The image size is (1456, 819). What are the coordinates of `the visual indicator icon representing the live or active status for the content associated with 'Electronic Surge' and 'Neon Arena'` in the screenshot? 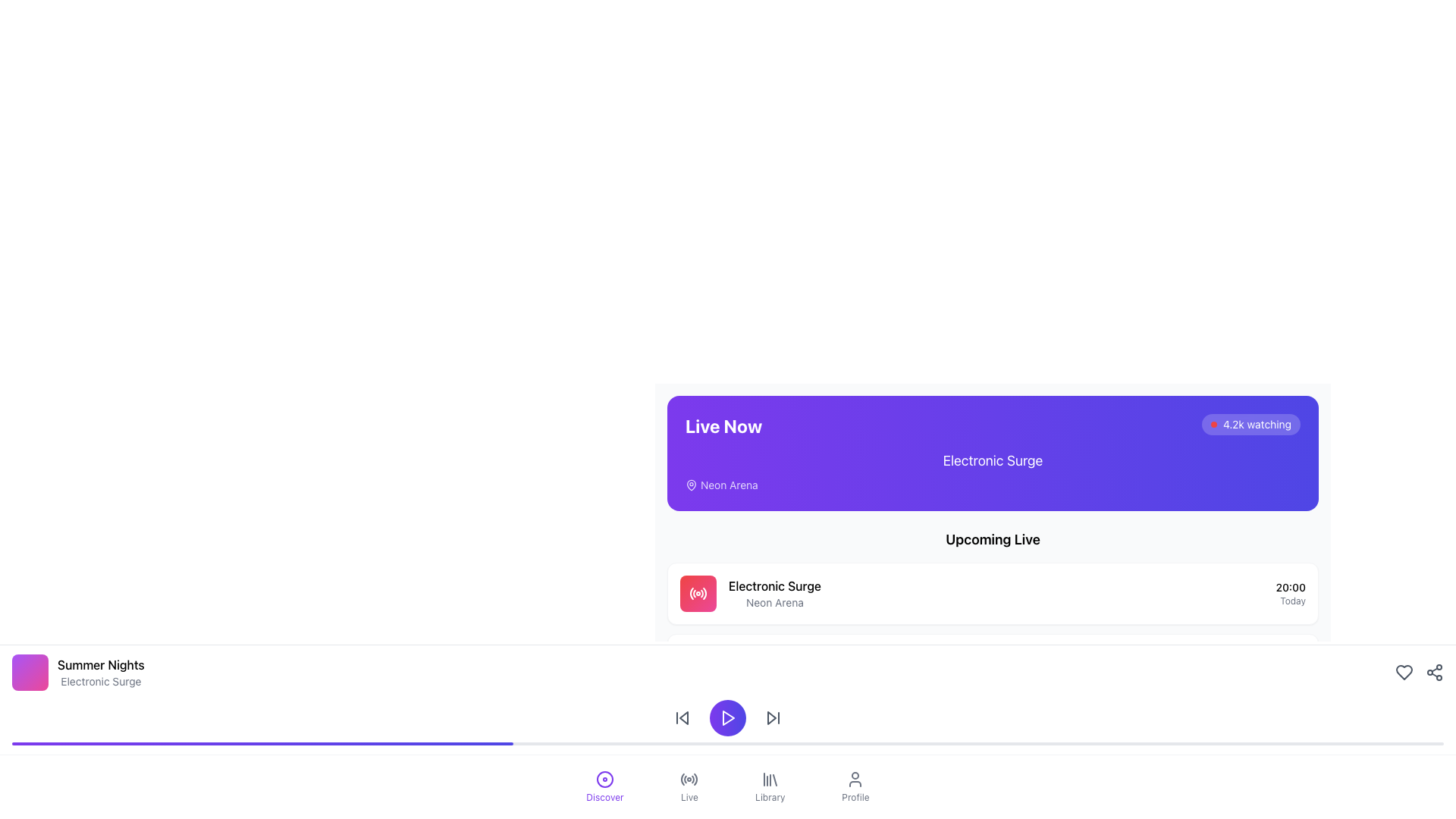 It's located at (698, 593).